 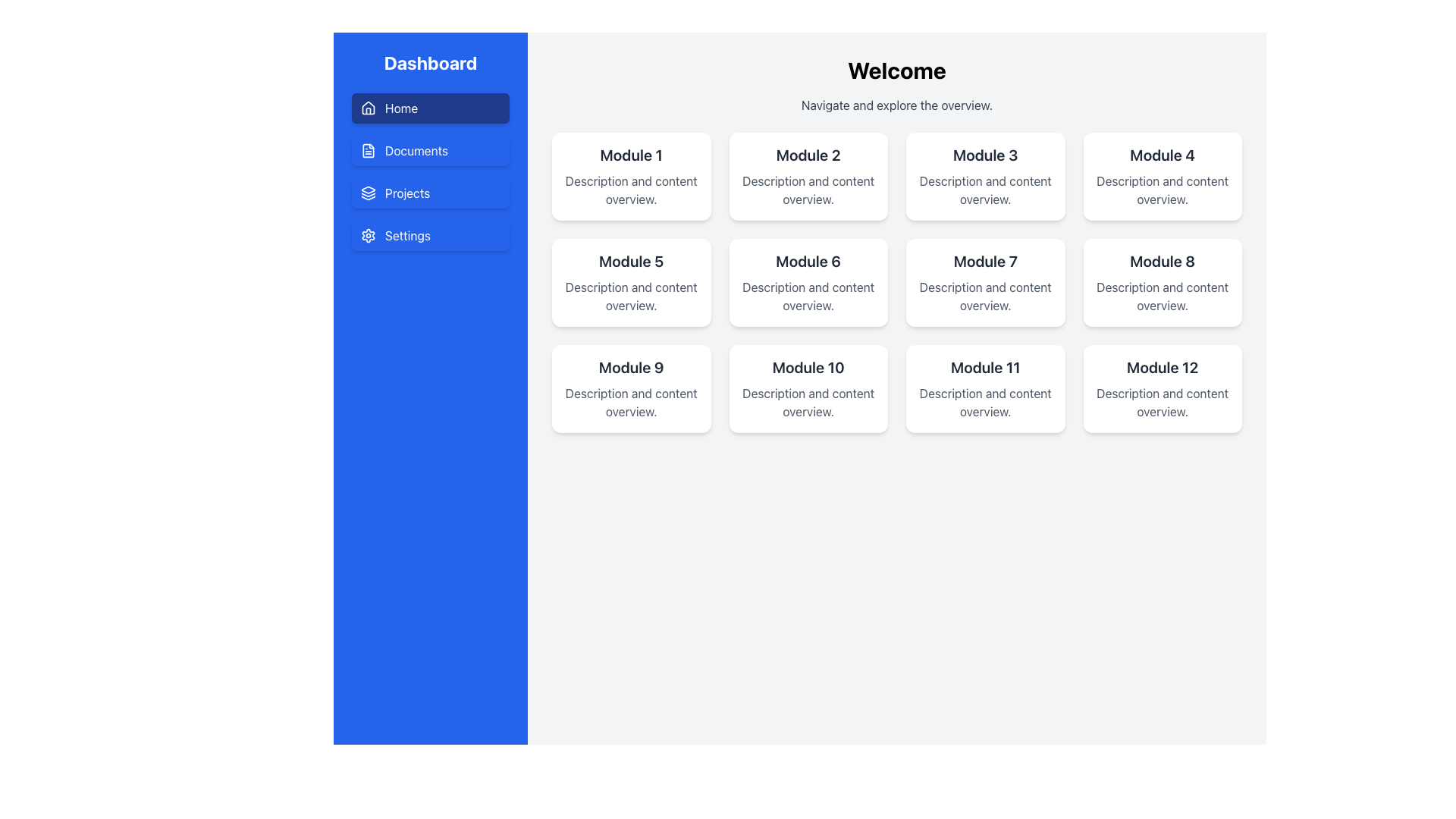 I want to click on the 'Projects' menu item in the vertical navigation menu, which is currently focused, so click(x=429, y=171).